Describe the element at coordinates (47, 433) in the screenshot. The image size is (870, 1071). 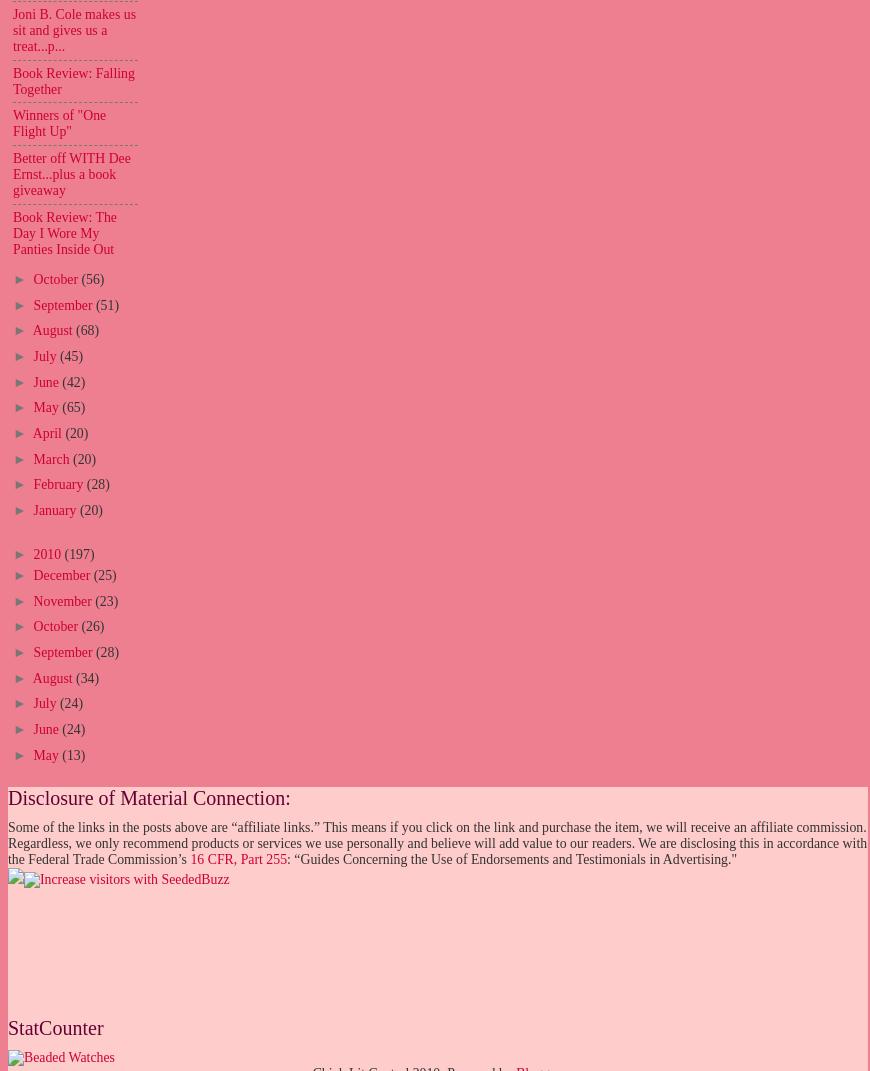
I see `'April'` at that location.